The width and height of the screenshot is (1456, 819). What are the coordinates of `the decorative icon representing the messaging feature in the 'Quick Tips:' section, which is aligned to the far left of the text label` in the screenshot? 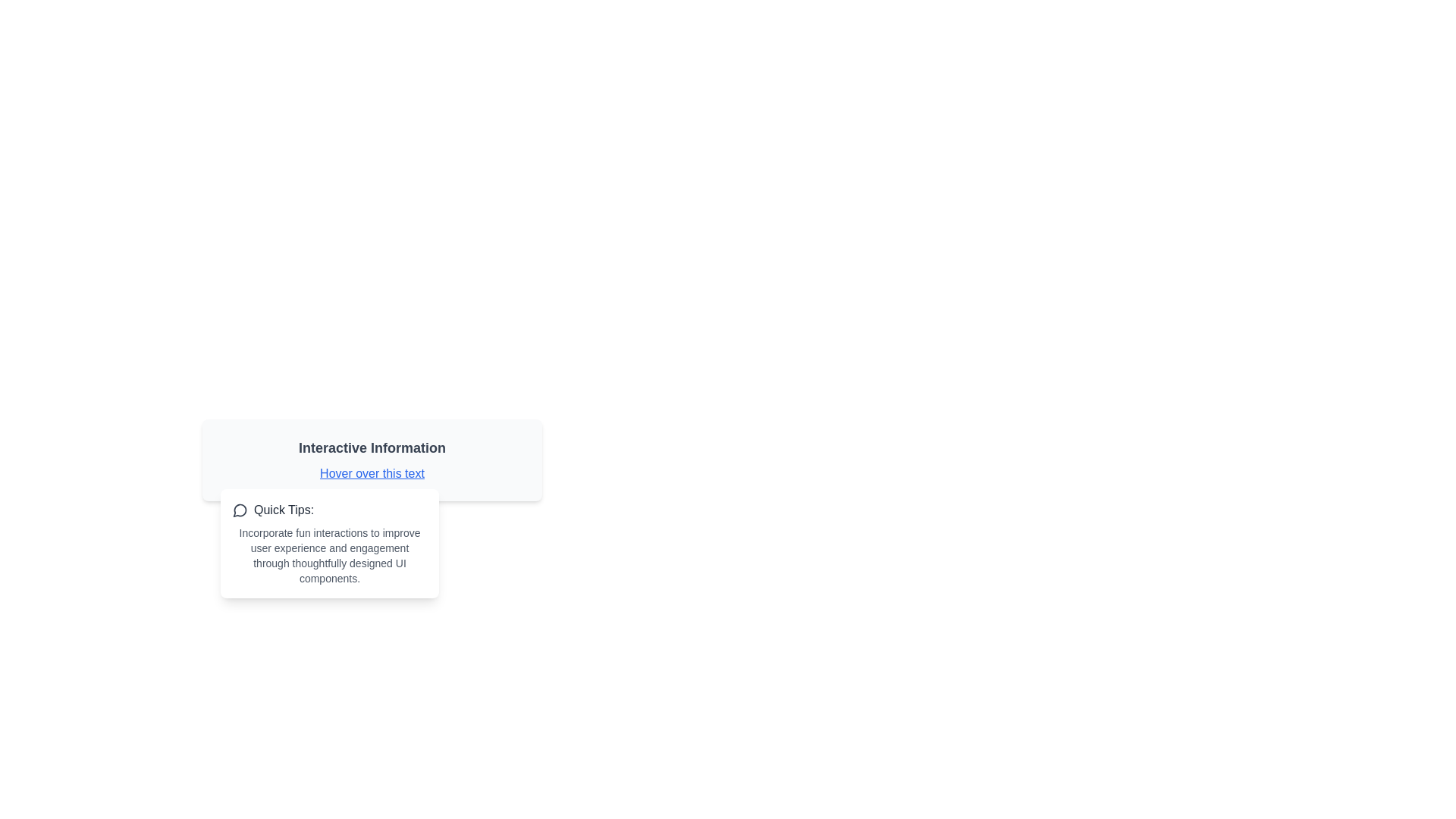 It's located at (239, 510).